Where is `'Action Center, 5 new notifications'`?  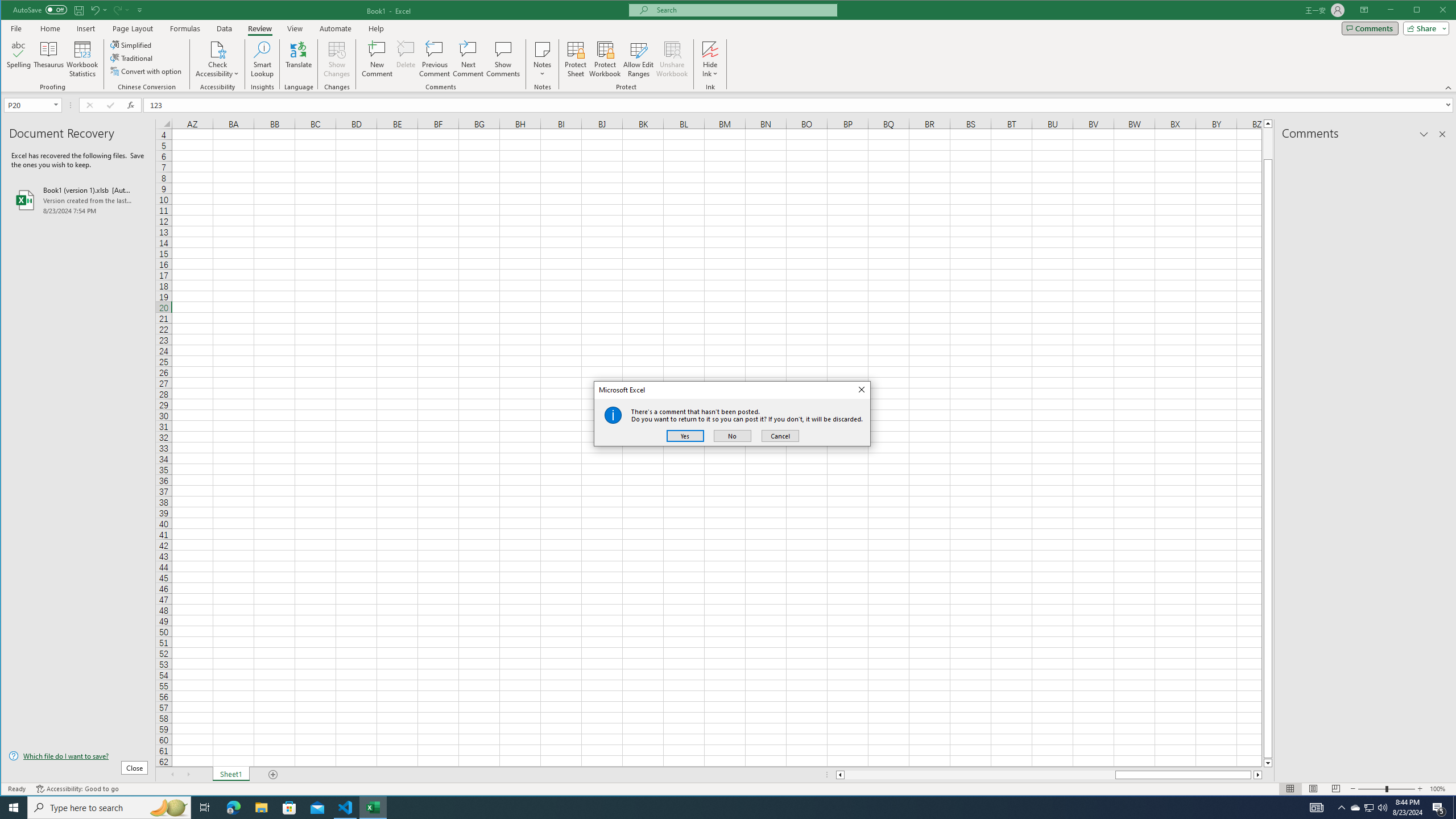
'Action Center, 5 new notifications' is located at coordinates (1439, 806).